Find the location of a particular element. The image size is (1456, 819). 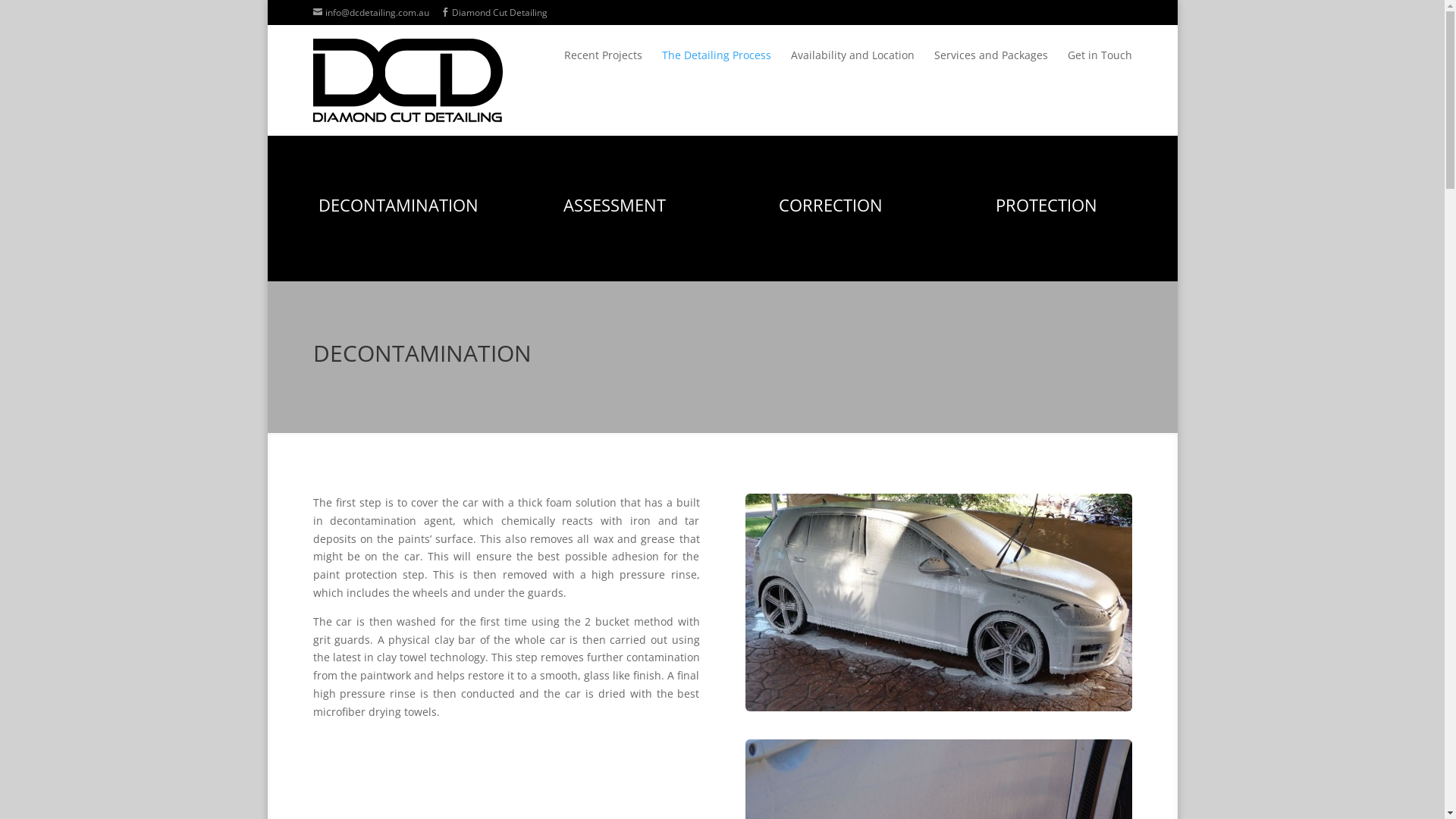

'Services and Packages' is located at coordinates (934, 65).